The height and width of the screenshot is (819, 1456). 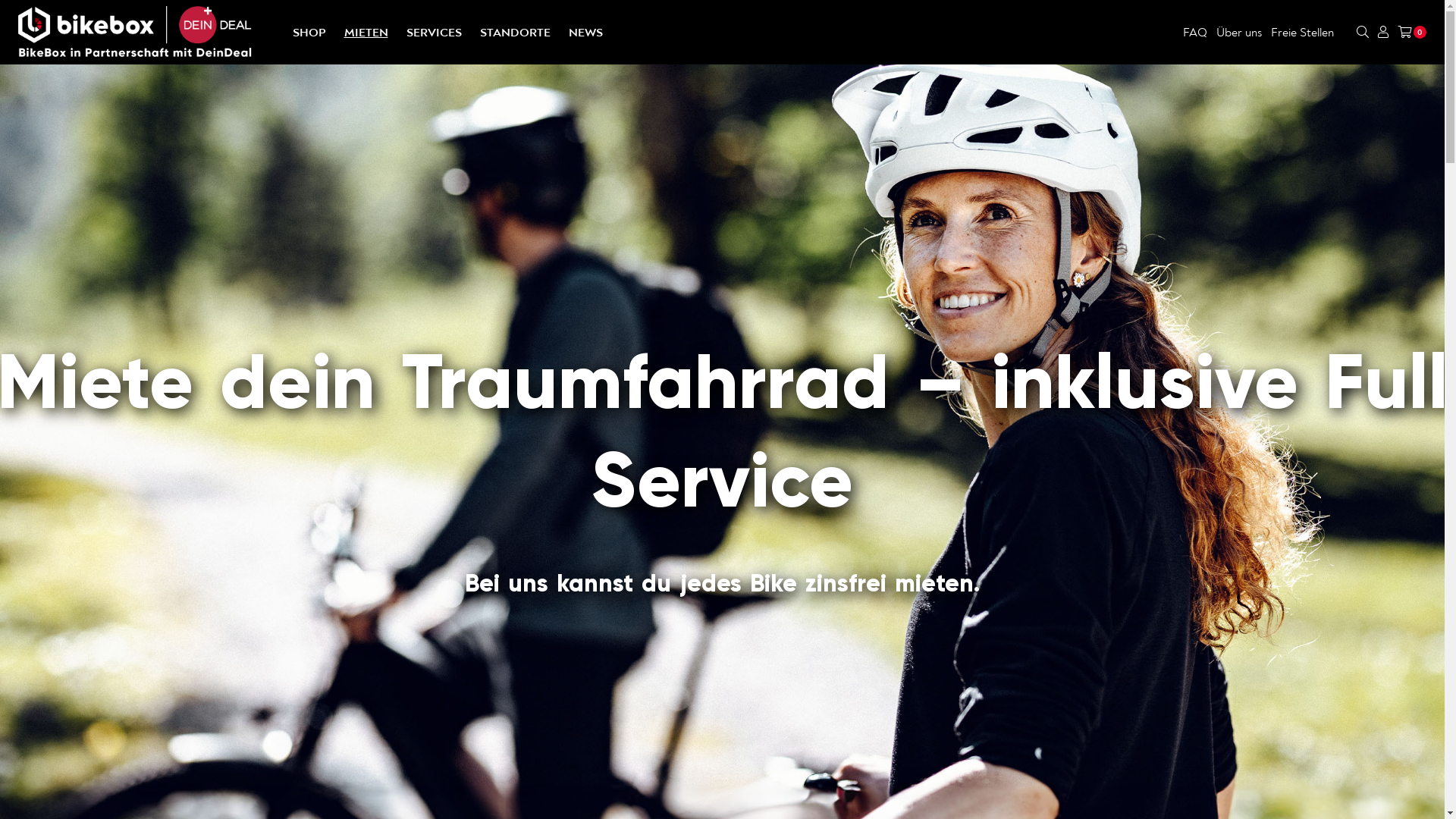 I want to click on 'MIETEN', so click(x=366, y=32).